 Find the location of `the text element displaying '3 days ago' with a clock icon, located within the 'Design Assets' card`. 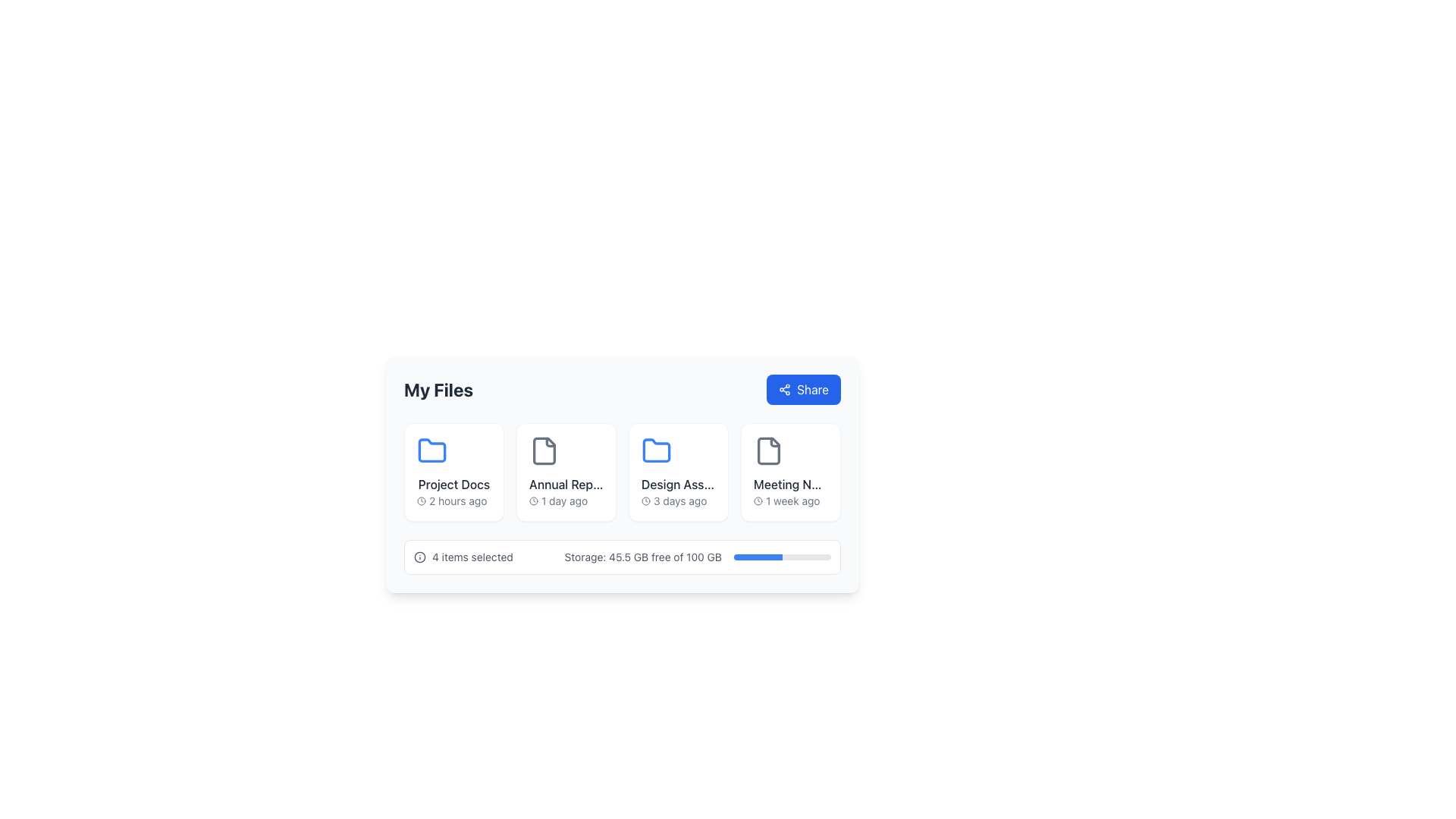

the text element displaying '3 days ago' with a clock icon, located within the 'Design Assets' card is located at coordinates (677, 500).